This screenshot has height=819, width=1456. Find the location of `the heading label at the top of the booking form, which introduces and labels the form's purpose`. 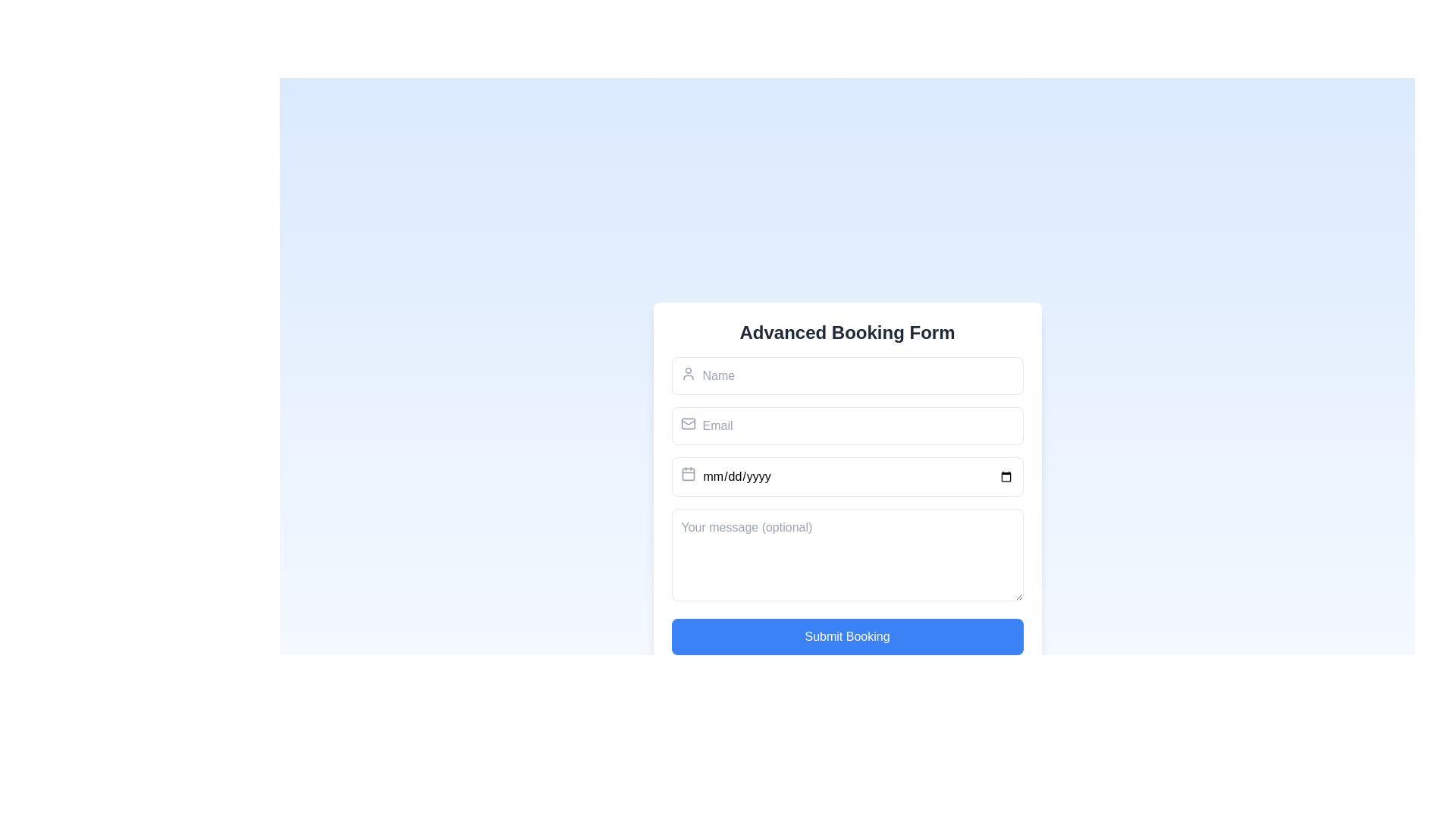

the heading label at the top of the booking form, which introduces and labels the form's purpose is located at coordinates (846, 331).